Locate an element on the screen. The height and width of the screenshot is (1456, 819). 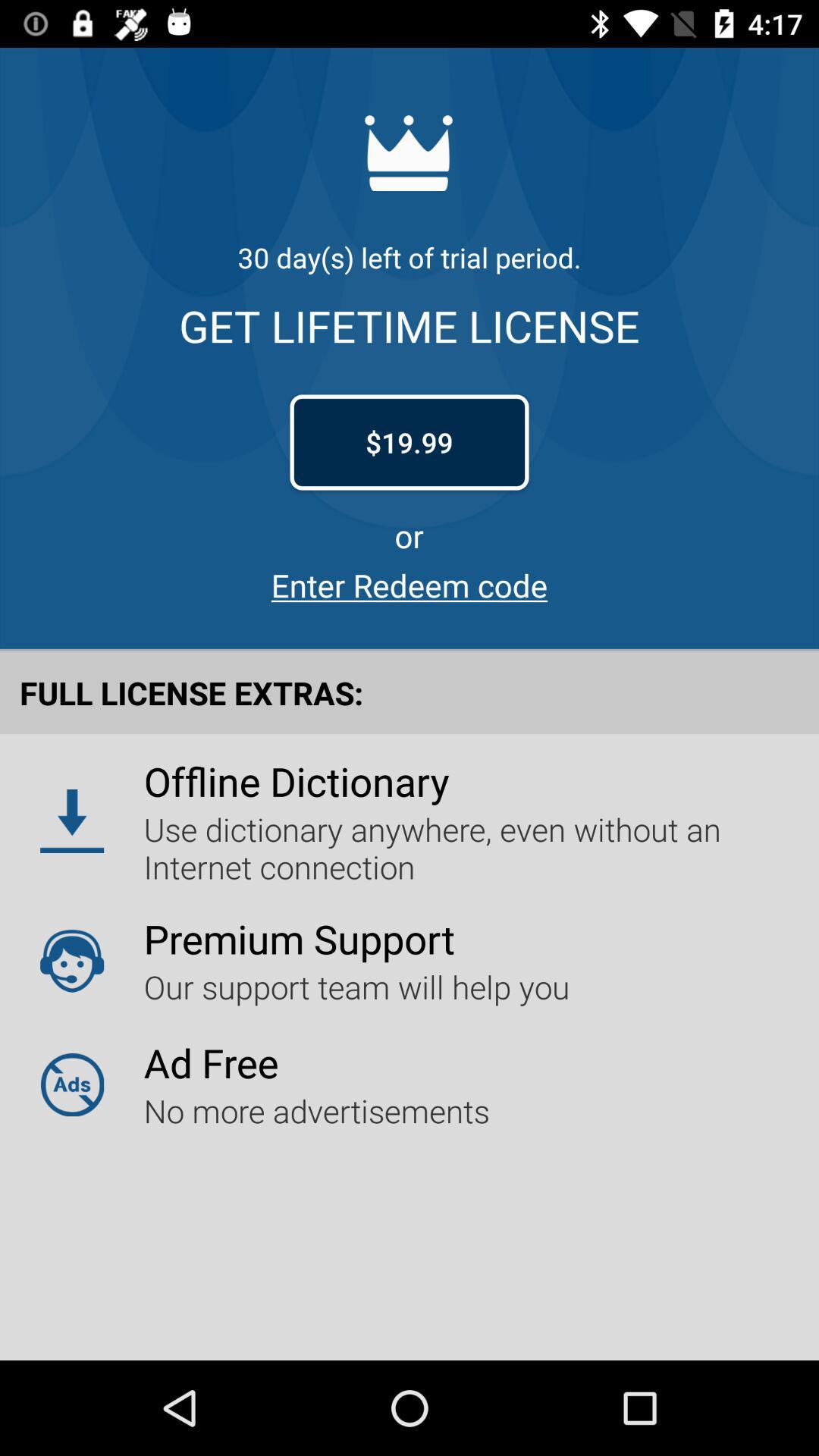
the link below or is located at coordinates (409, 584).